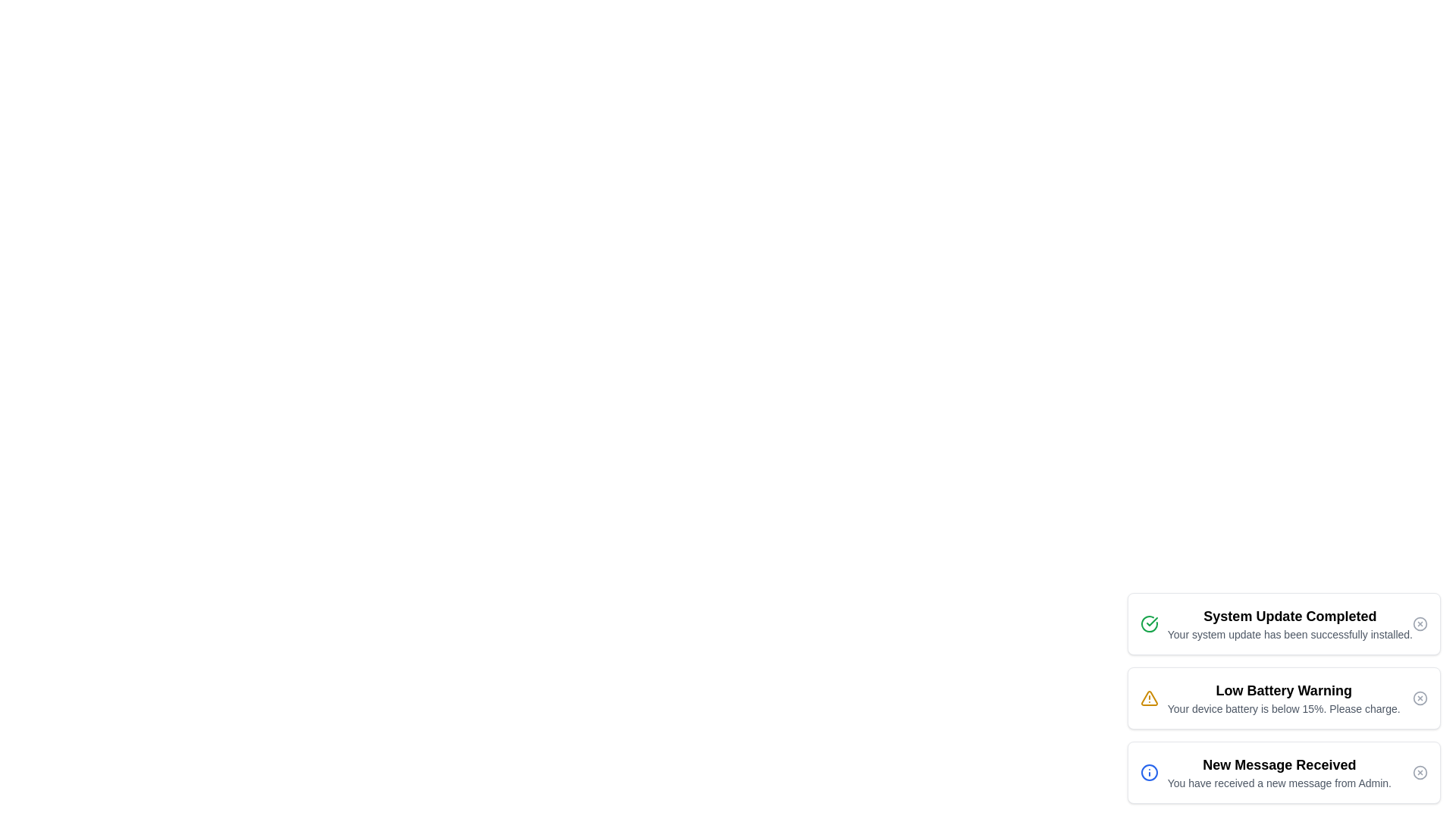  Describe the element at coordinates (1149, 698) in the screenshot. I see `the alert icon indicating low battery condition, which is located within the 'Low Battery Warning' notification, to the left of the text content` at that location.